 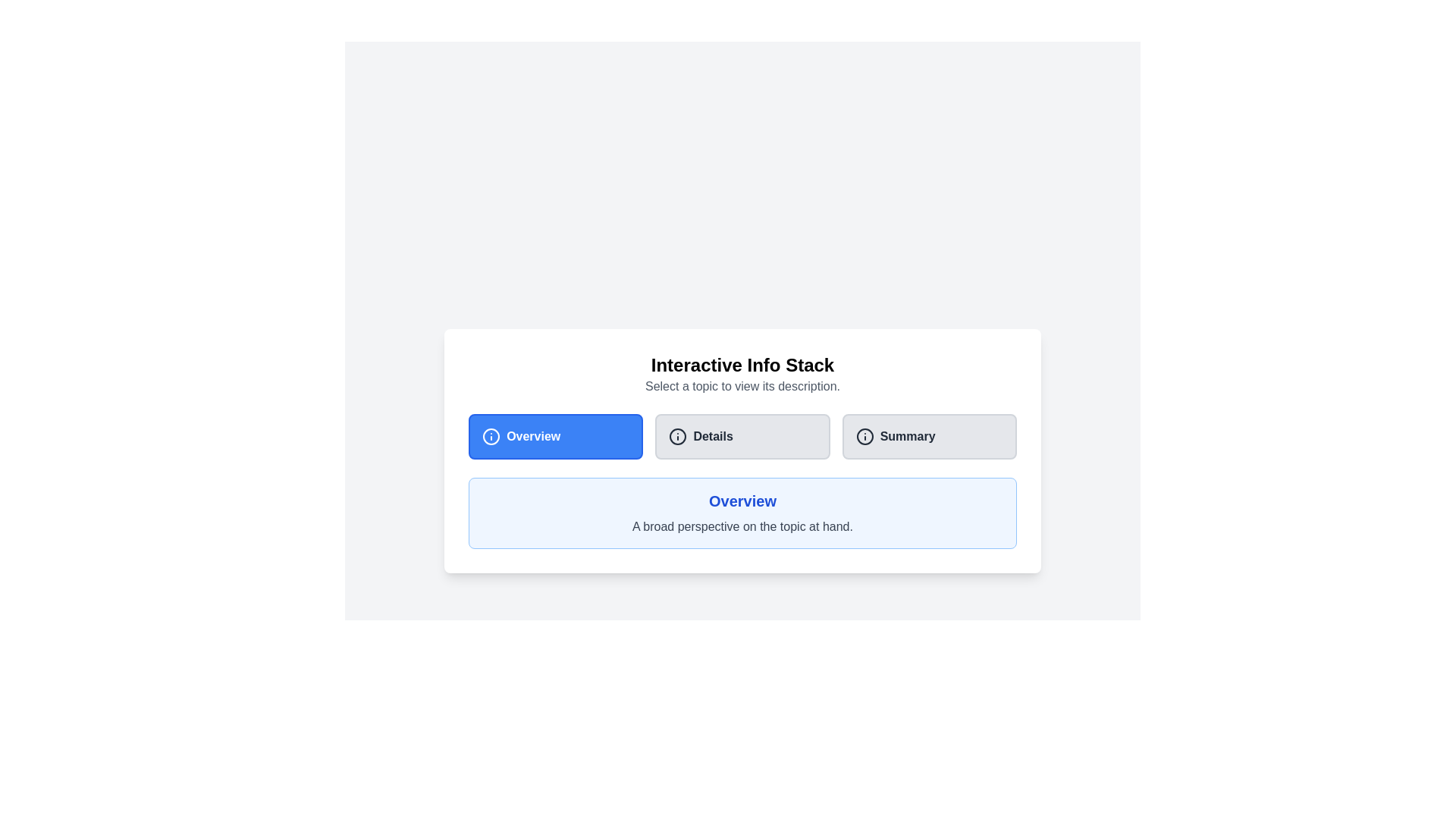 What do you see at coordinates (677, 436) in the screenshot?
I see `the decorative SVG circle that is part of the 'Details' button, which is located between the 'Overview' and 'Summary' buttons` at bounding box center [677, 436].